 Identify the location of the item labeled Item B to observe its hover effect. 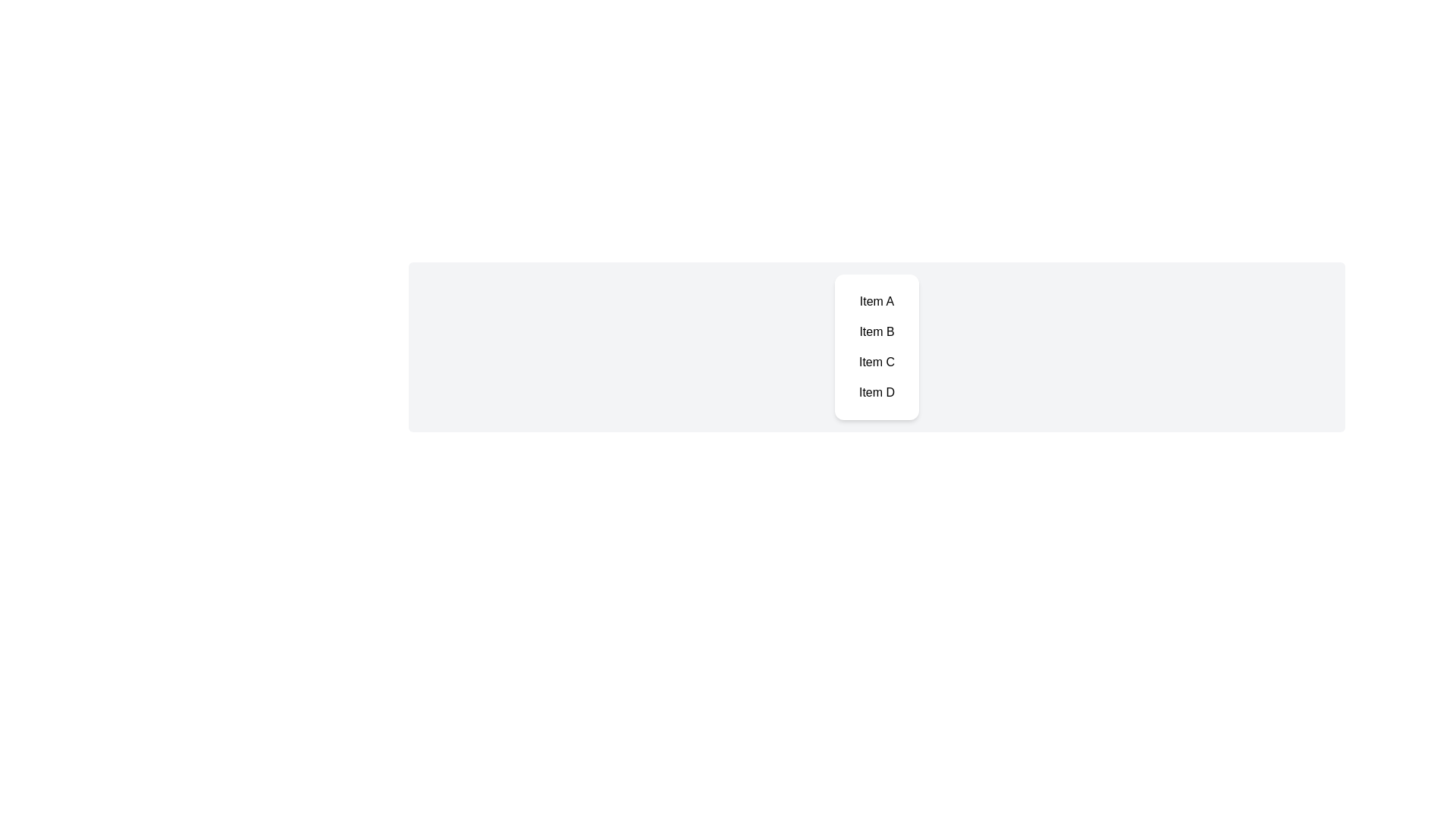
(877, 331).